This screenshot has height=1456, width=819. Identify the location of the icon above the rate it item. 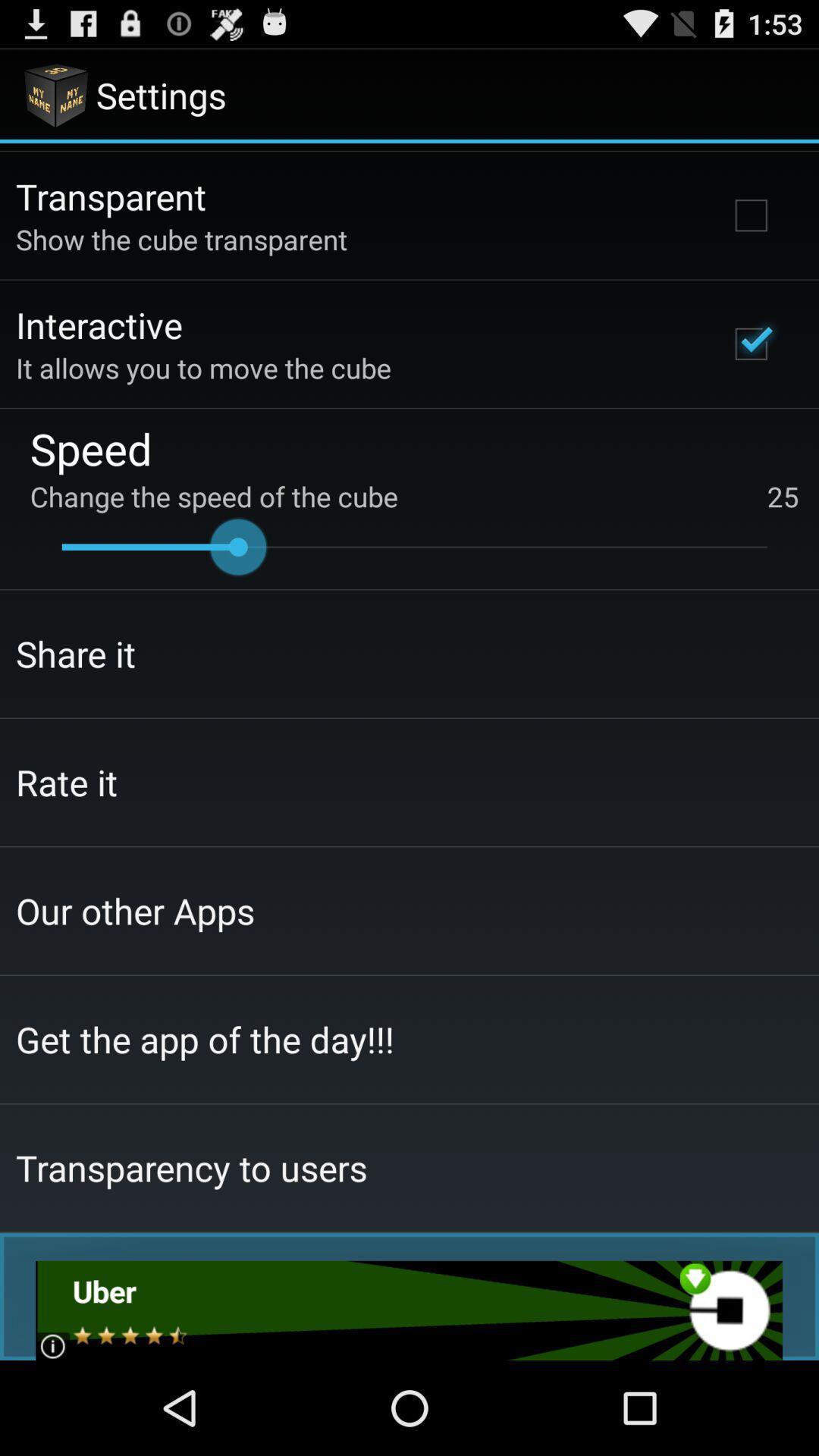
(76, 654).